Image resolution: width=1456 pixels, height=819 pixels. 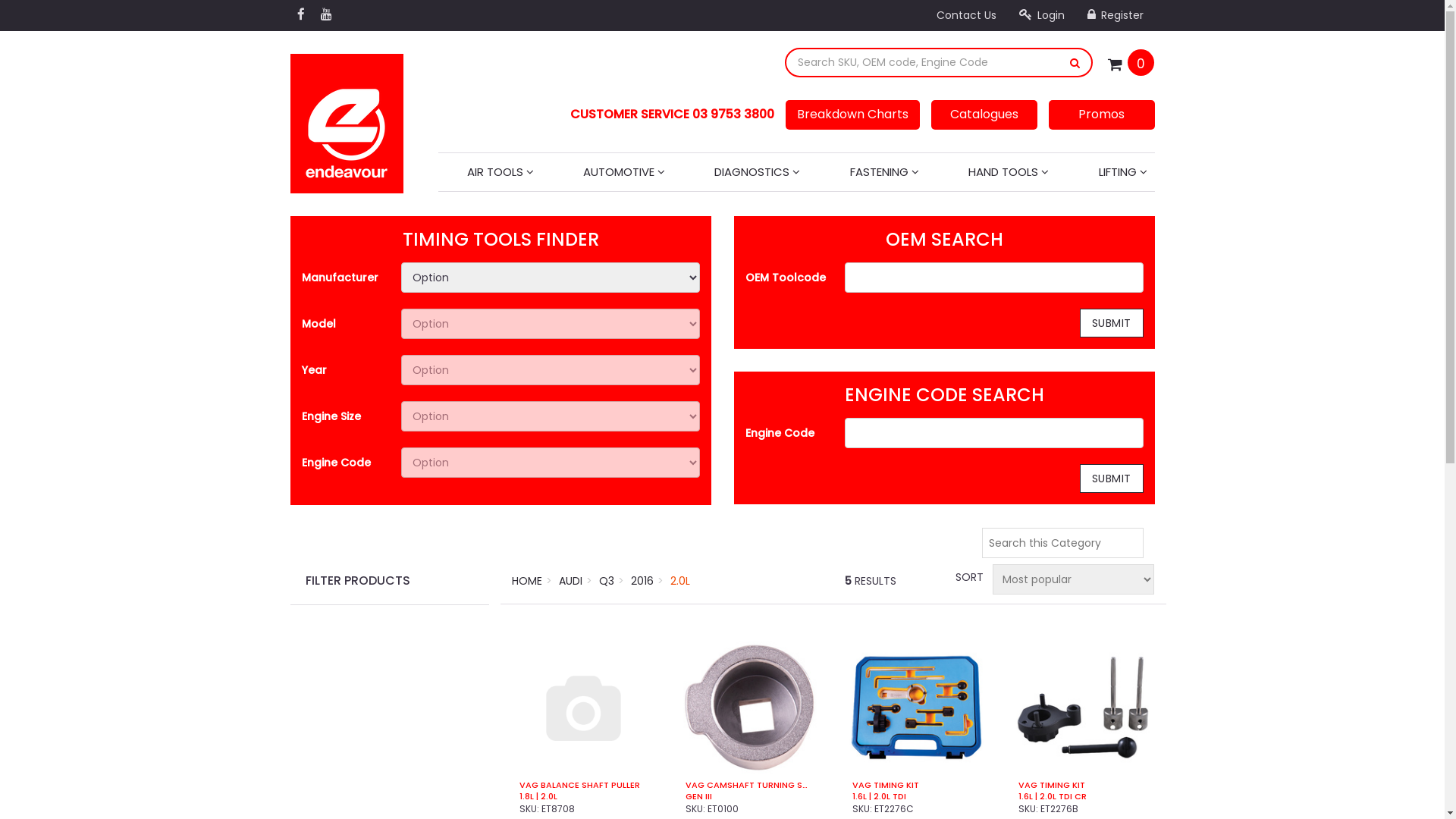 What do you see at coordinates (574, 171) in the screenshot?
I see `'AUTOMOTIVE'` at bounding box center [574, 171].